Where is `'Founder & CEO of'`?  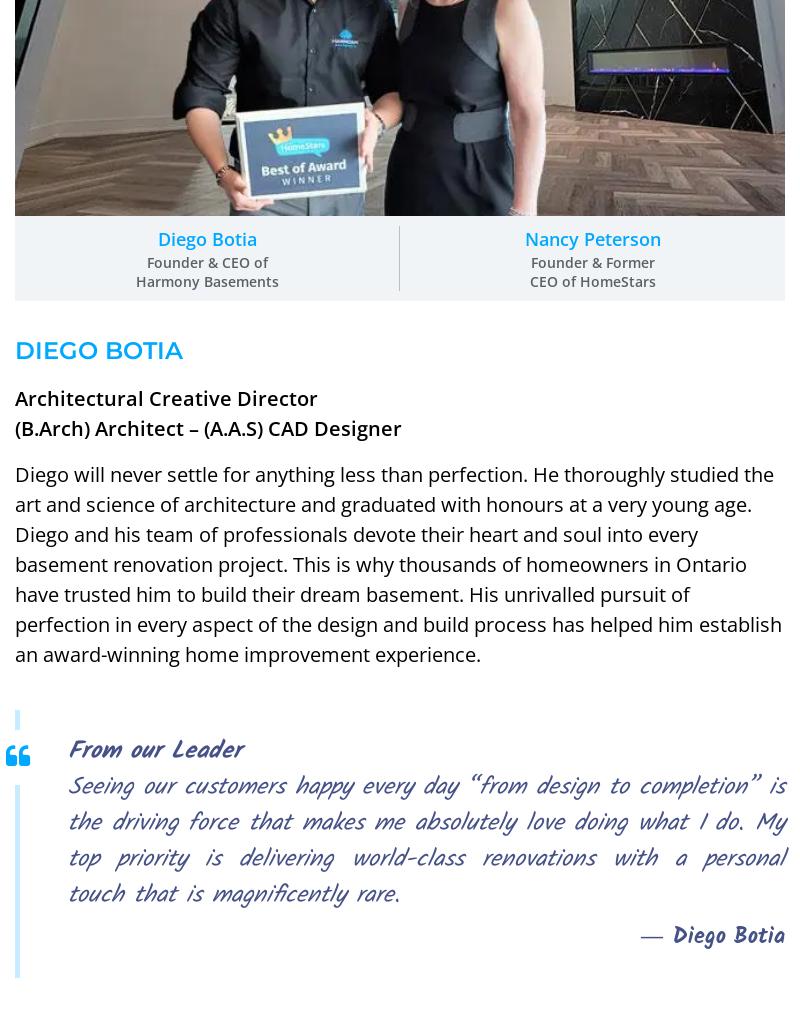
'Founder & CEO of' is located at coordinates (206, 260).